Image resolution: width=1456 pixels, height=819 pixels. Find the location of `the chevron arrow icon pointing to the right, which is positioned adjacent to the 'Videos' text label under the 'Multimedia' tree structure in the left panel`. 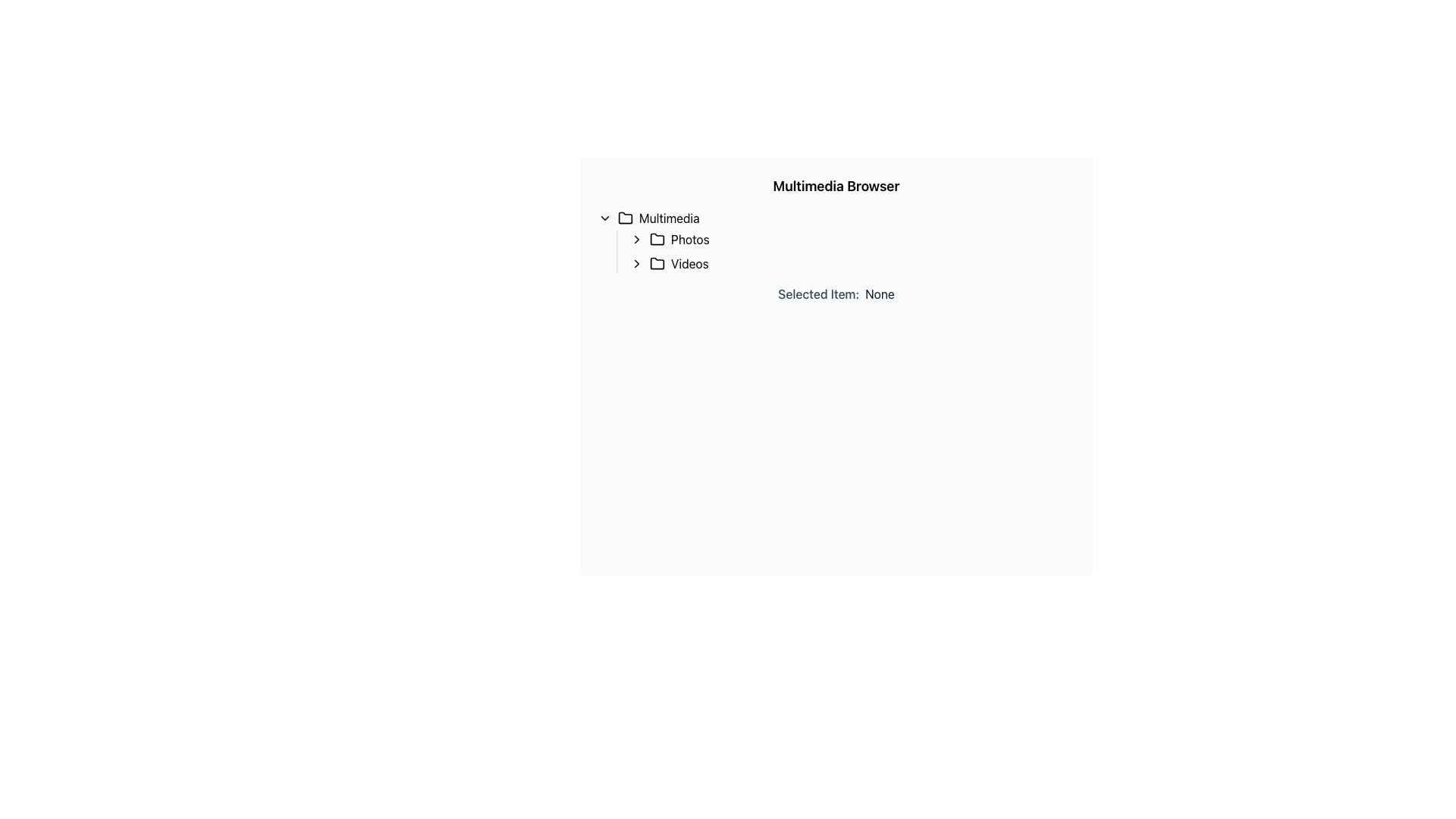

the chevron arrow icon pointing to the right, which is positioned adjacent to the 'Videos' text label under the 'Multimedia' tree structure in the left panel is located at coordinates (637, 262).